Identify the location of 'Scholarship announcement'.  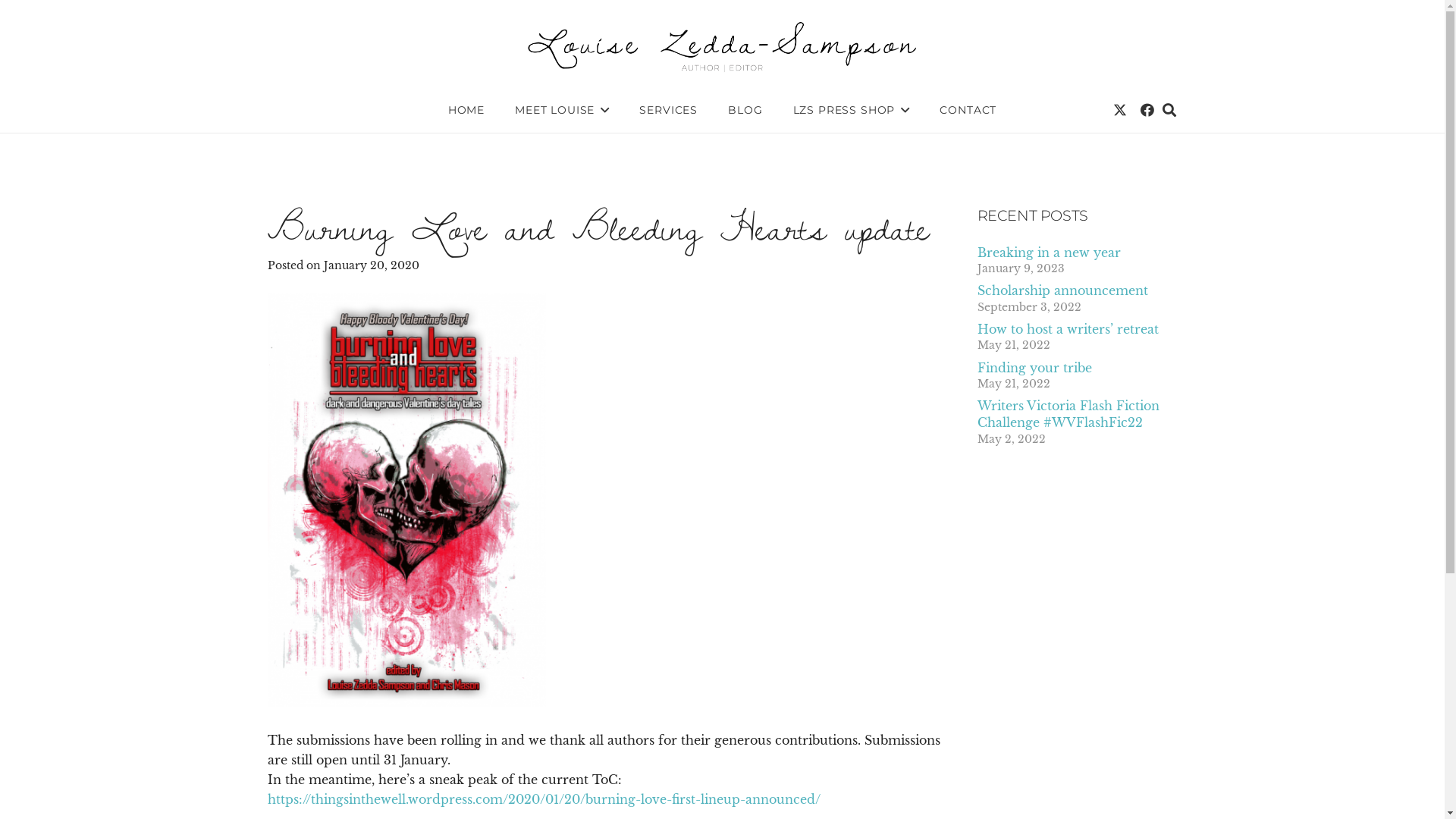
(976, 290).